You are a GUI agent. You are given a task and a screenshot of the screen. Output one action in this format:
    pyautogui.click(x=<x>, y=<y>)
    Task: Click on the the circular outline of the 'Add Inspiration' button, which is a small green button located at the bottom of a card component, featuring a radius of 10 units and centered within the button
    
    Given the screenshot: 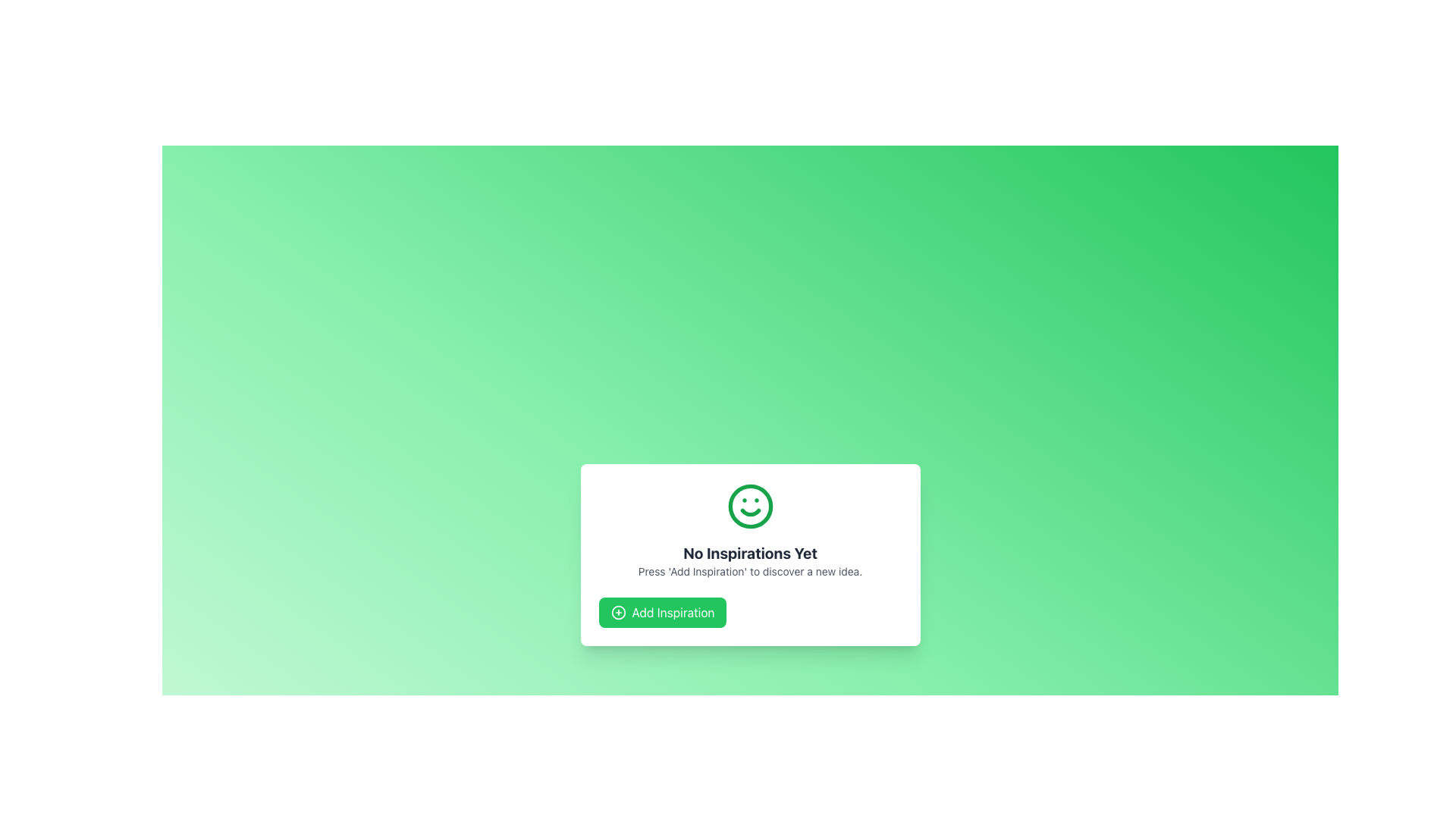 What is the action you would take?
    pyautogui.click(x=618, y=611)
    